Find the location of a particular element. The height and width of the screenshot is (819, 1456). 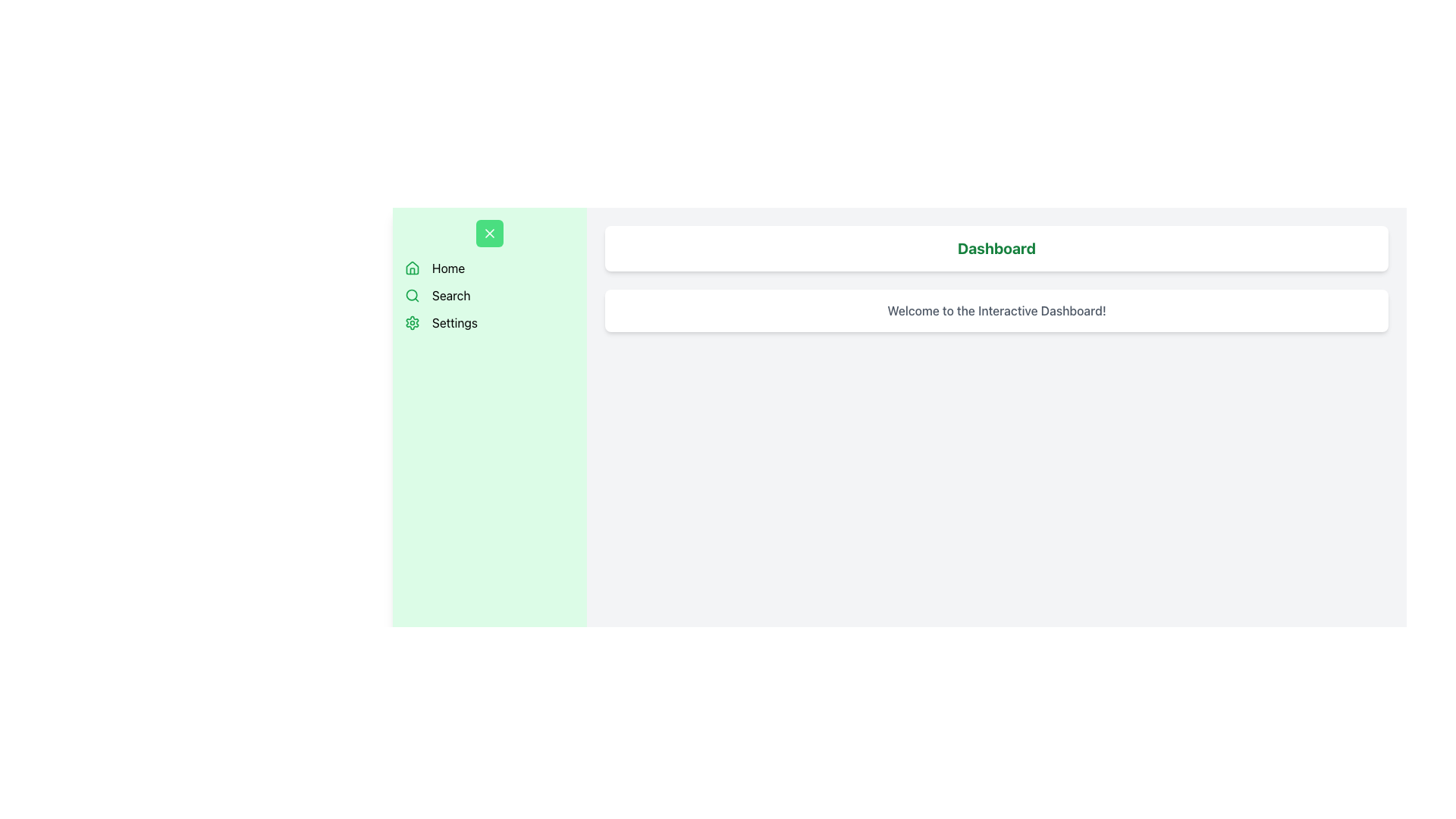

the 'Dashboard' heading, which is a white rectangular box with rounded corners displaying bold green text centered within it is located at coordinates (996, 247).